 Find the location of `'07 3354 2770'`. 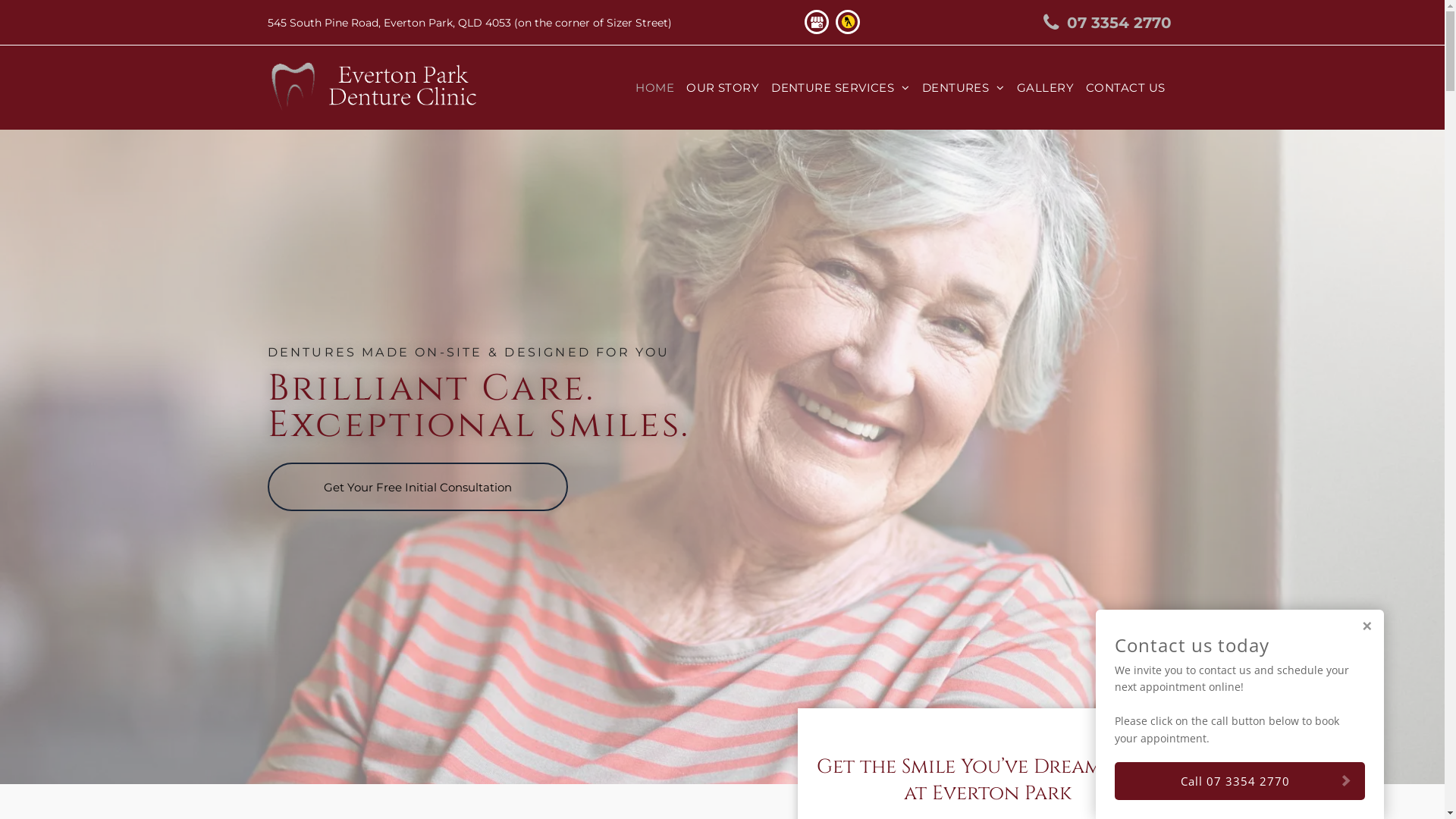

'07 3354 2770' is located at coordinates (1099, 22).